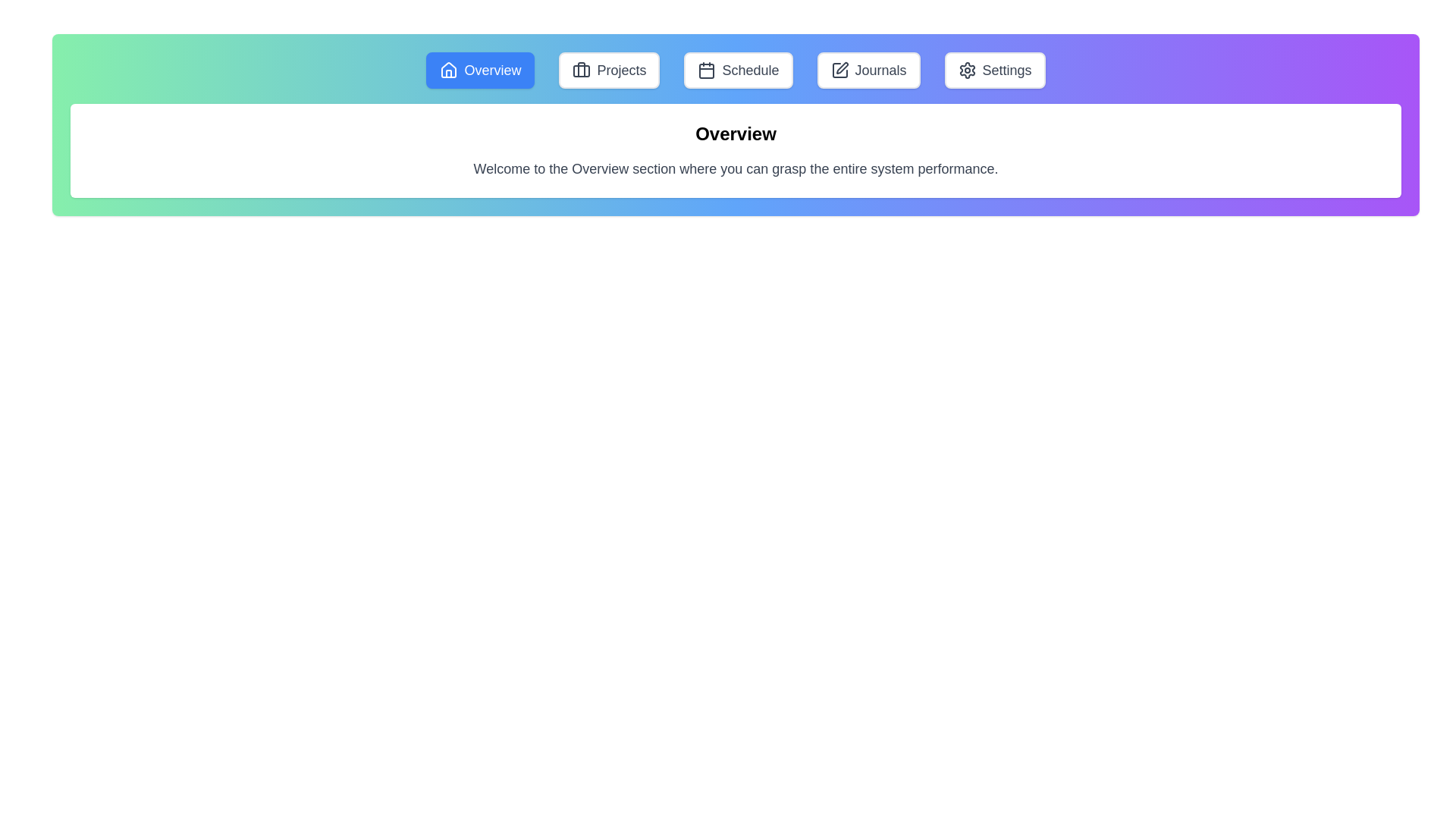 The height and width of the screenshot is (819, 1456). I want to click on the cogwheel icon located at the top-right corner of the interface, which serves as the settings button, so click(966, 70).